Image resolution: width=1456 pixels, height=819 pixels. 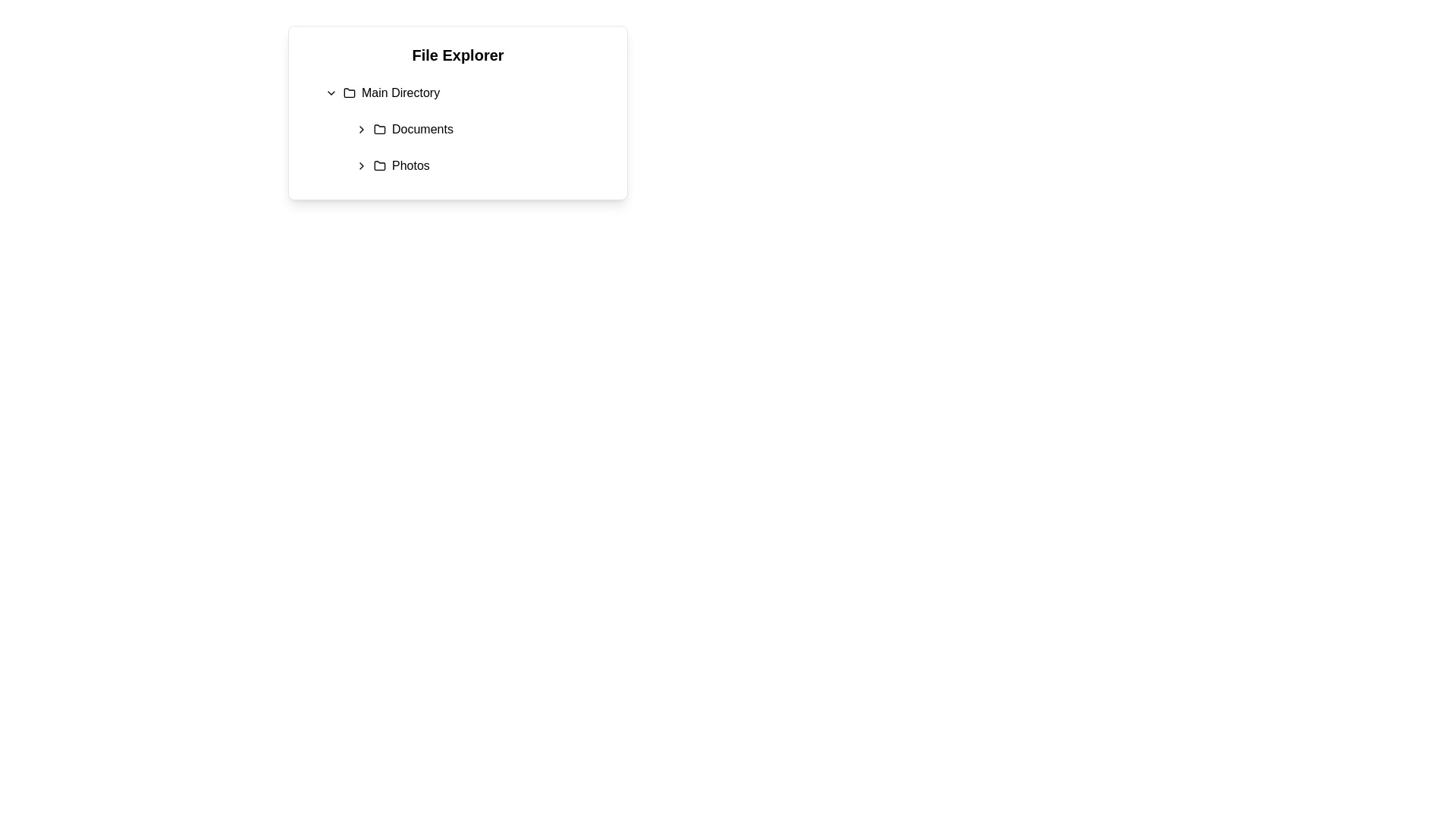 I want to click on the 'Main Directory' text label, which is bold and black, located next to a folder icon in the 'File Explorer' interface, so click(x=400, y=93).